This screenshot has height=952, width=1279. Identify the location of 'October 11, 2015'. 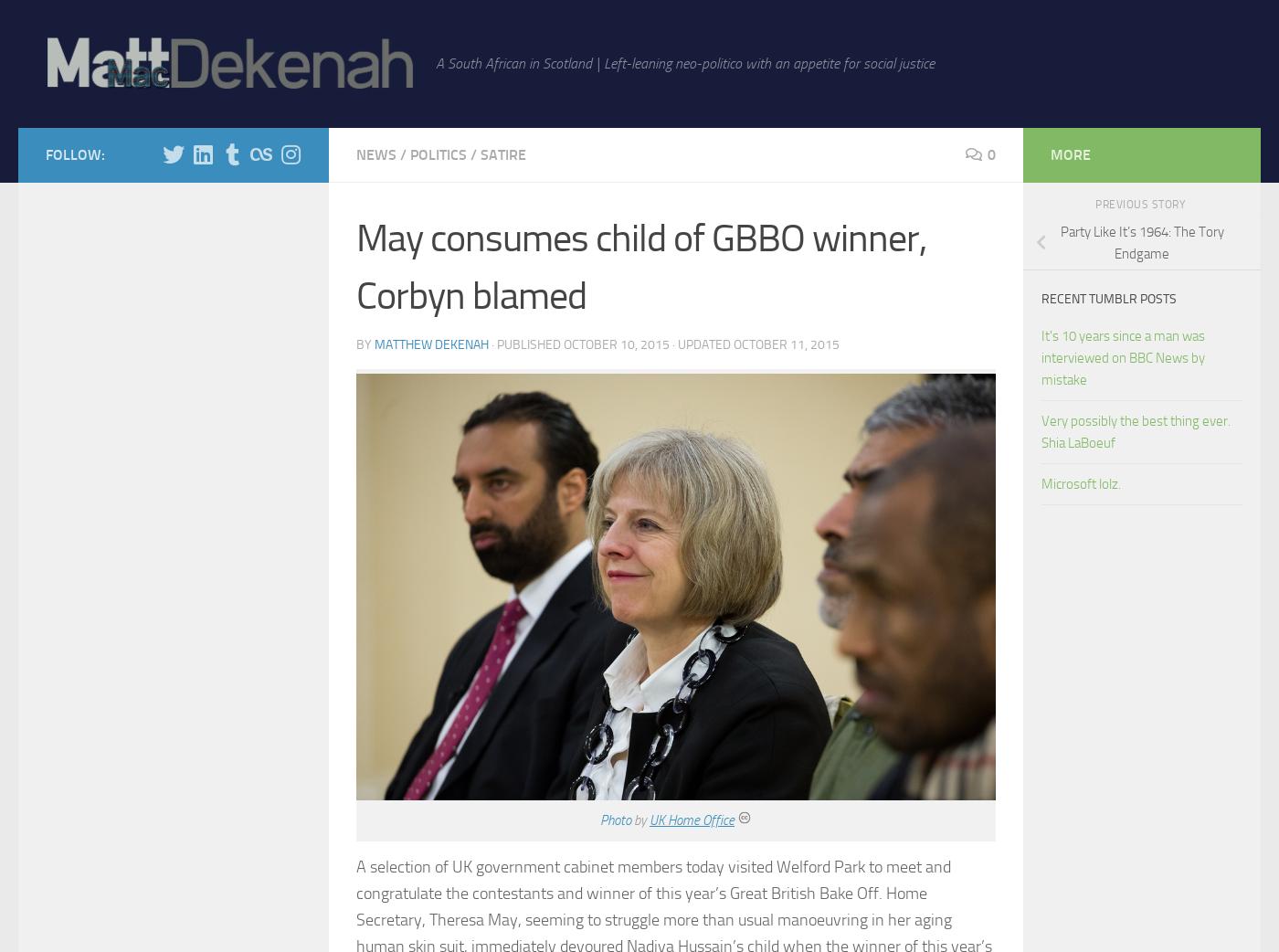
(787, 343).